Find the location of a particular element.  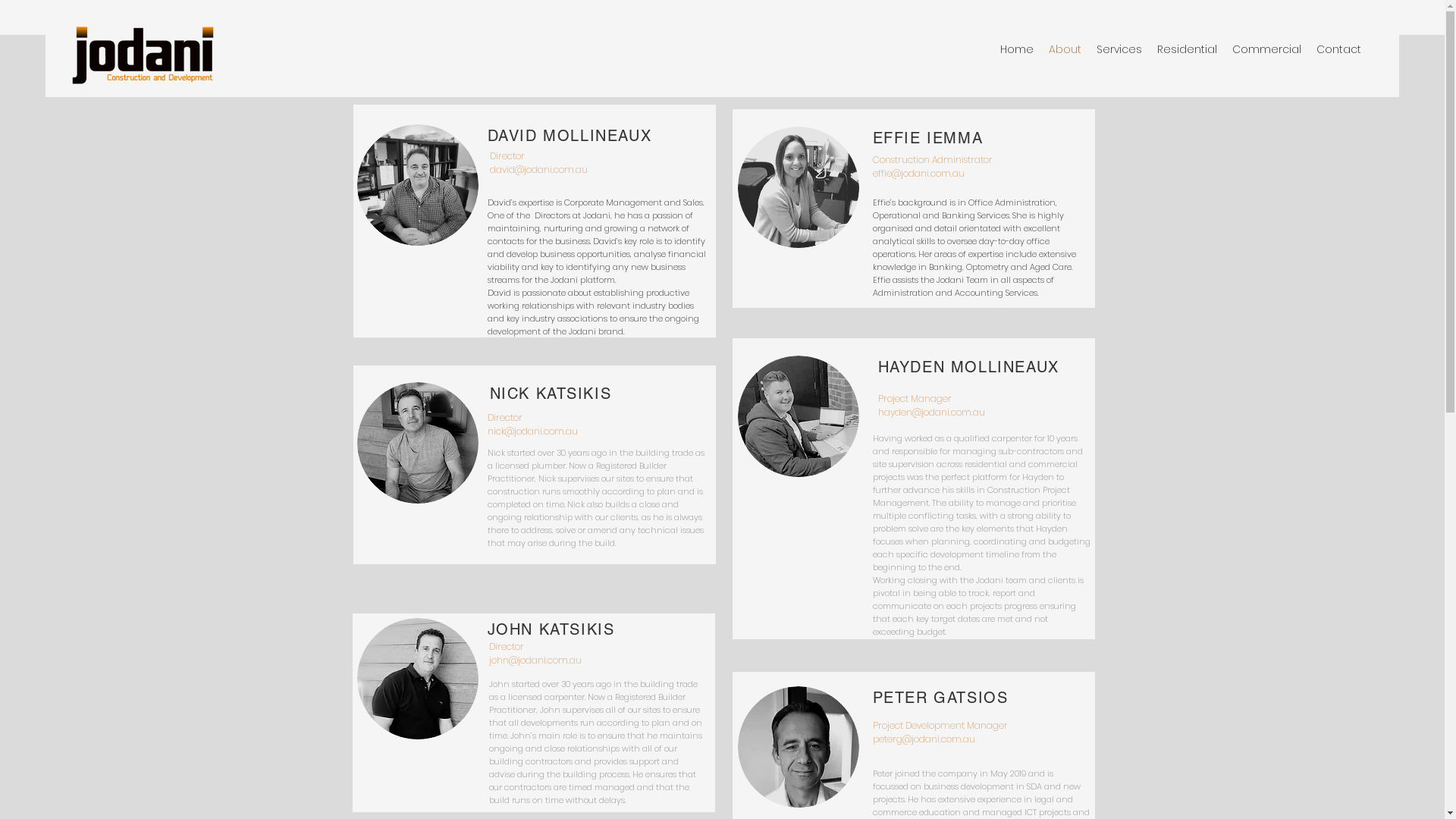

'Commercial' is located at coordinates (1266, 49).